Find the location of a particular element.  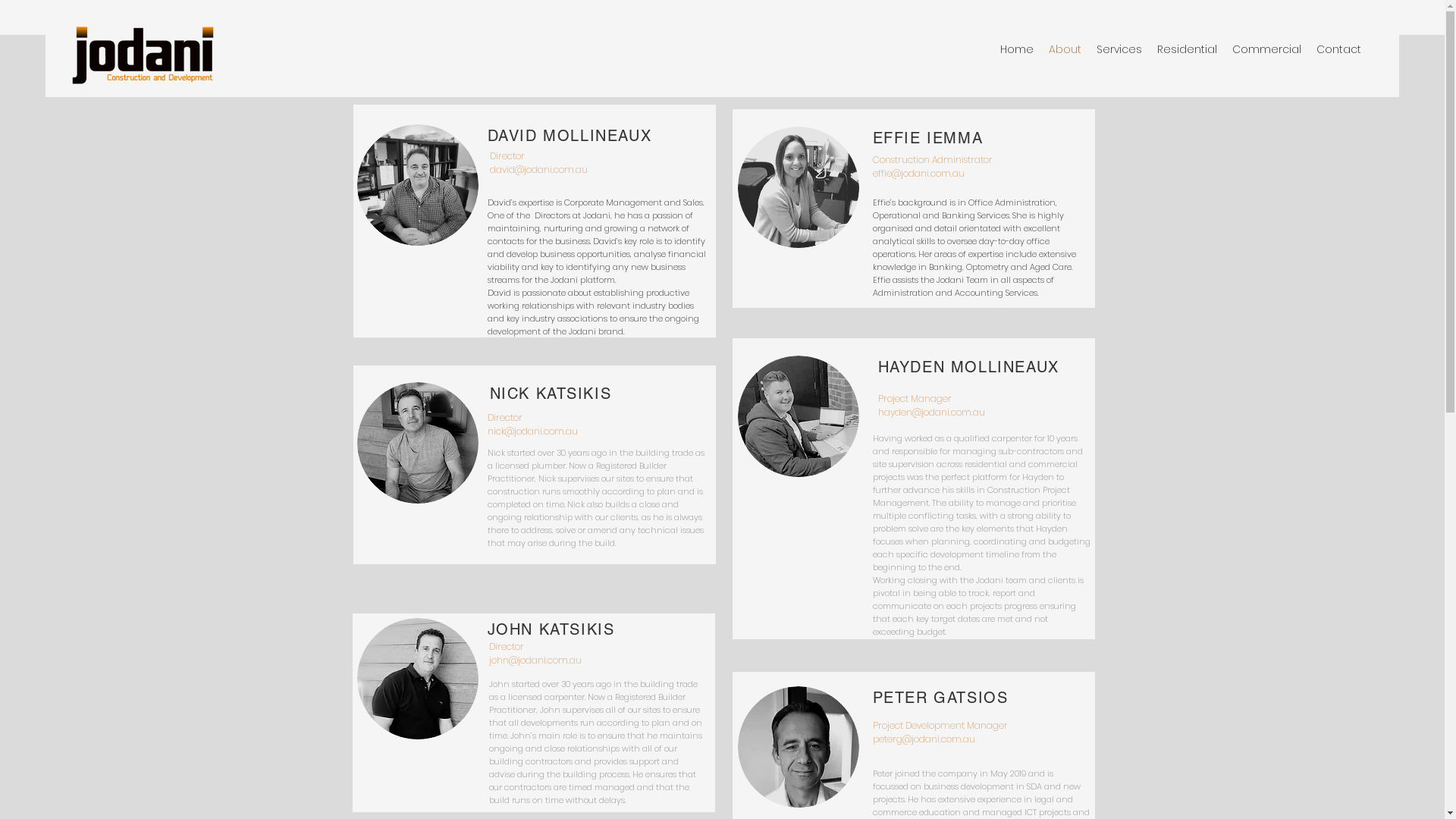

'Commercial' is located at coordinates (1266, 49).